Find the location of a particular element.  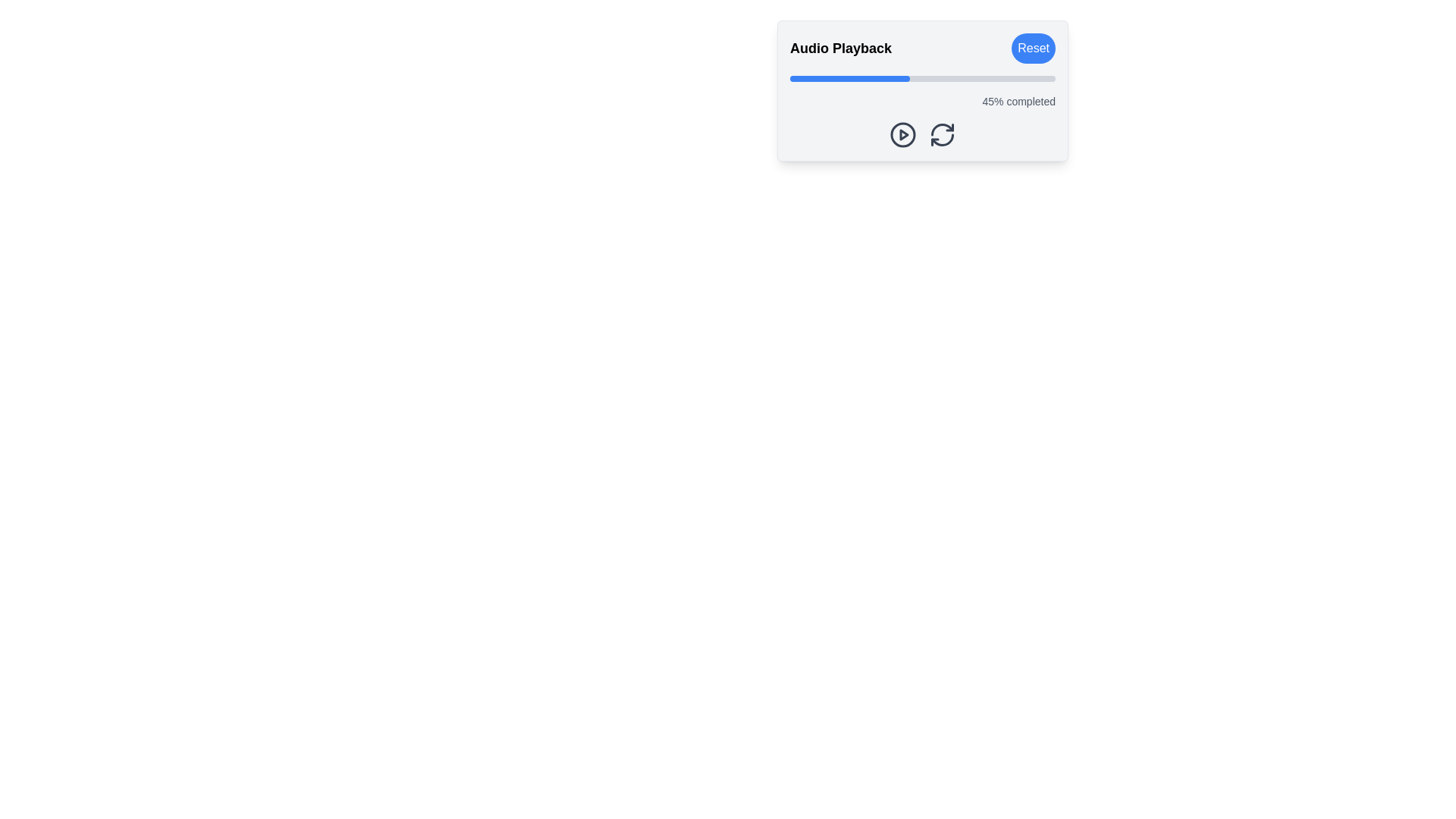

the horizontal progress bar styled in blue and gray, located beneath the title 'Audio Playback' and the 'Reset' button, above the text '45% completed' is located at coordinates (922, 79).